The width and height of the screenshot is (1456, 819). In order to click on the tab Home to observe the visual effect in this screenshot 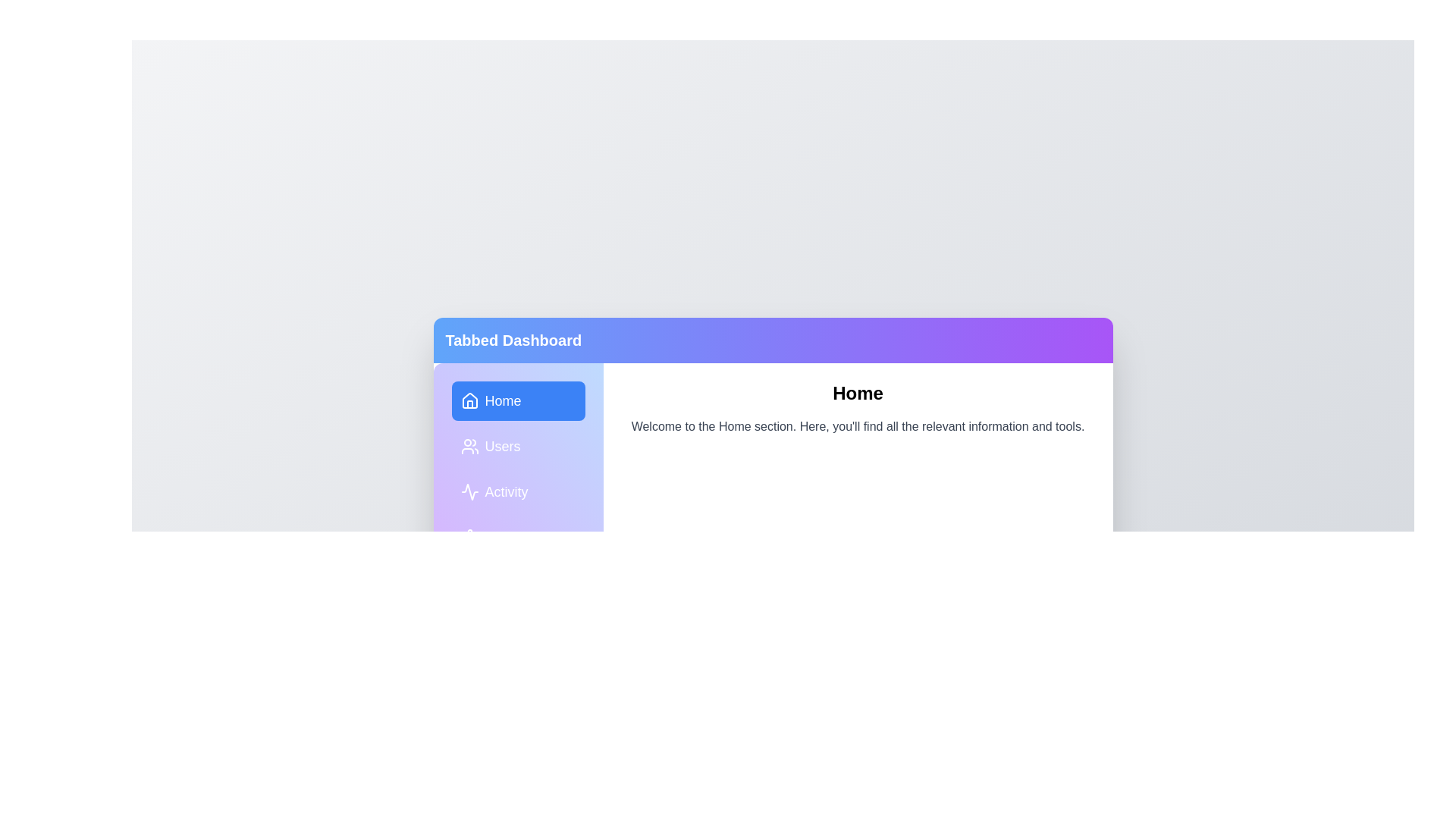, I will do `click(518, 400)`.